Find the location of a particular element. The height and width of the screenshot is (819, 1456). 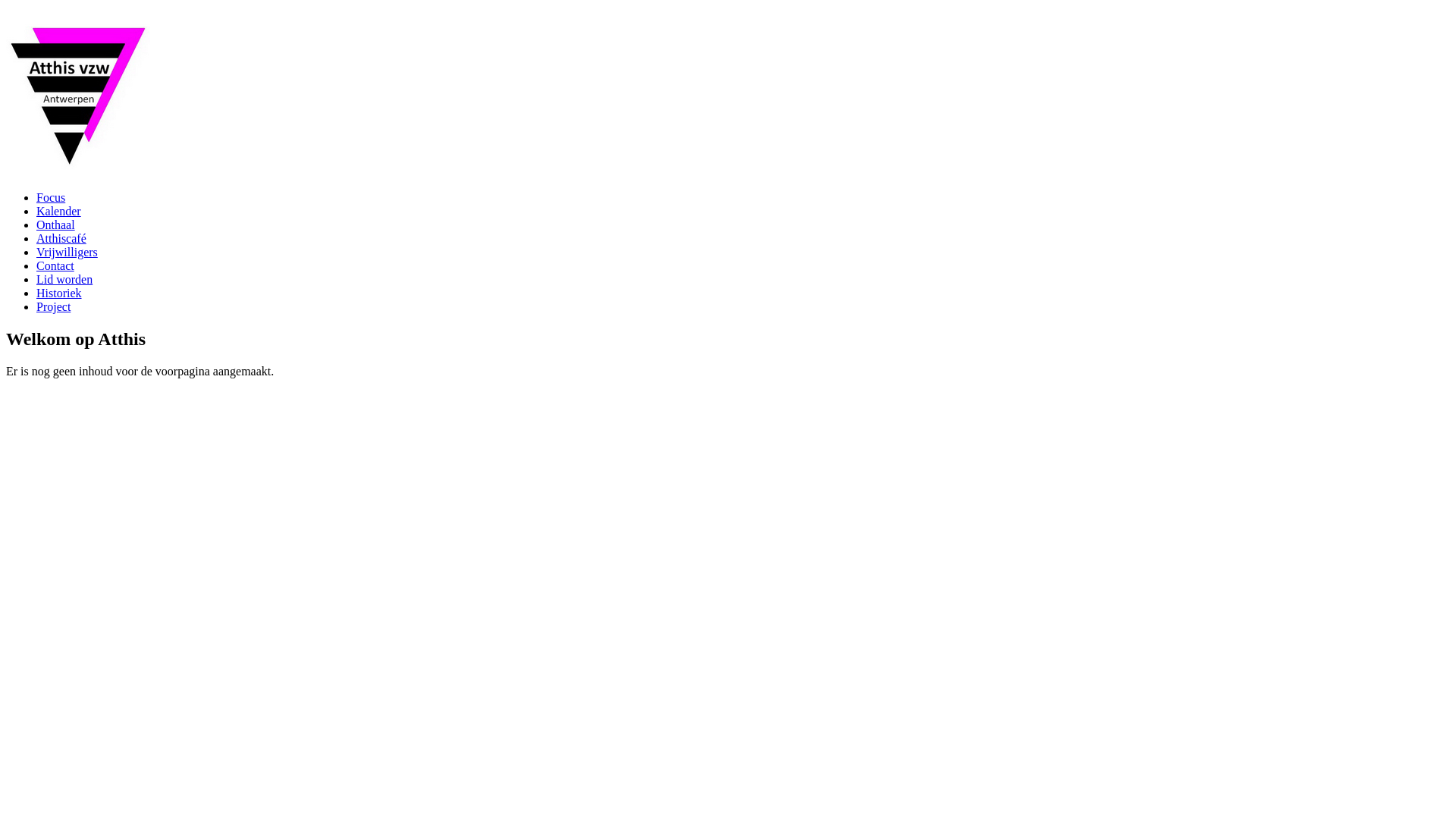

'Focus' is located at coordinates (36, 196).